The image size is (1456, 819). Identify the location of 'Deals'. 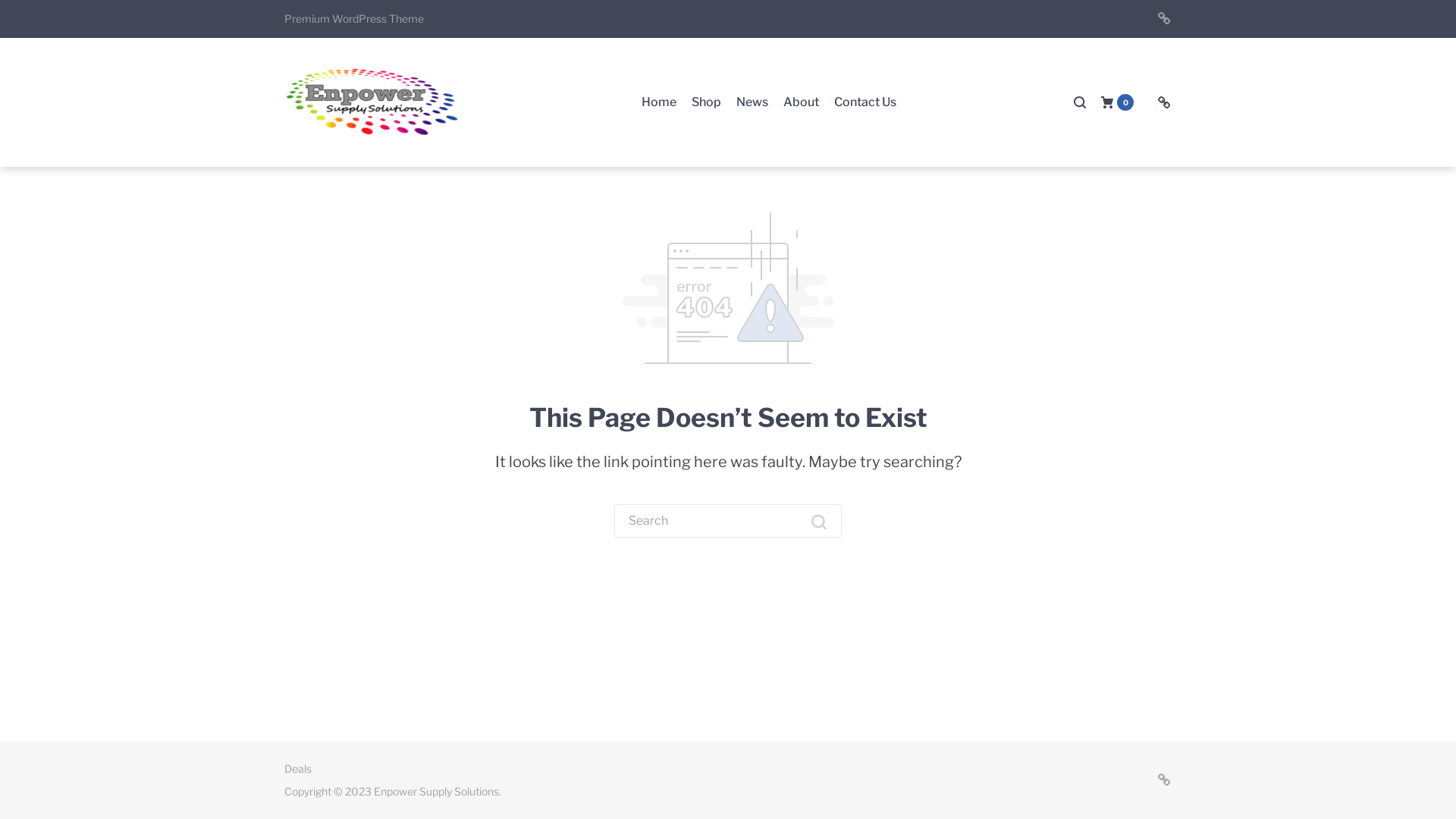
(1163, 780).